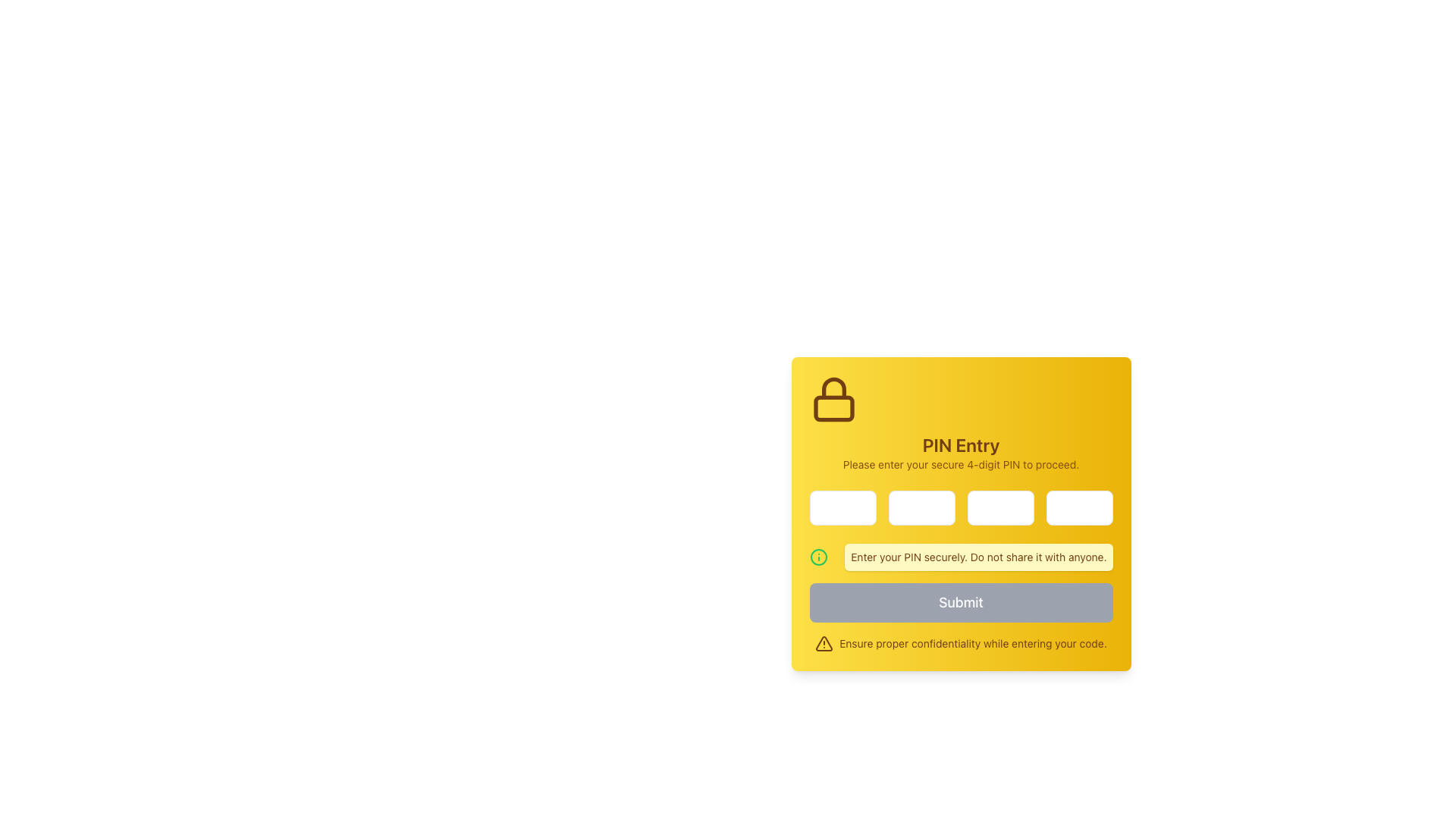 The width and height of the screenshot is (1456, 819). What do you see at coordinates (1000, 508) in the screenshot?
I see `the third password input field in the grid layout to focus and enter a single character` at bounding box center [1000, 508].